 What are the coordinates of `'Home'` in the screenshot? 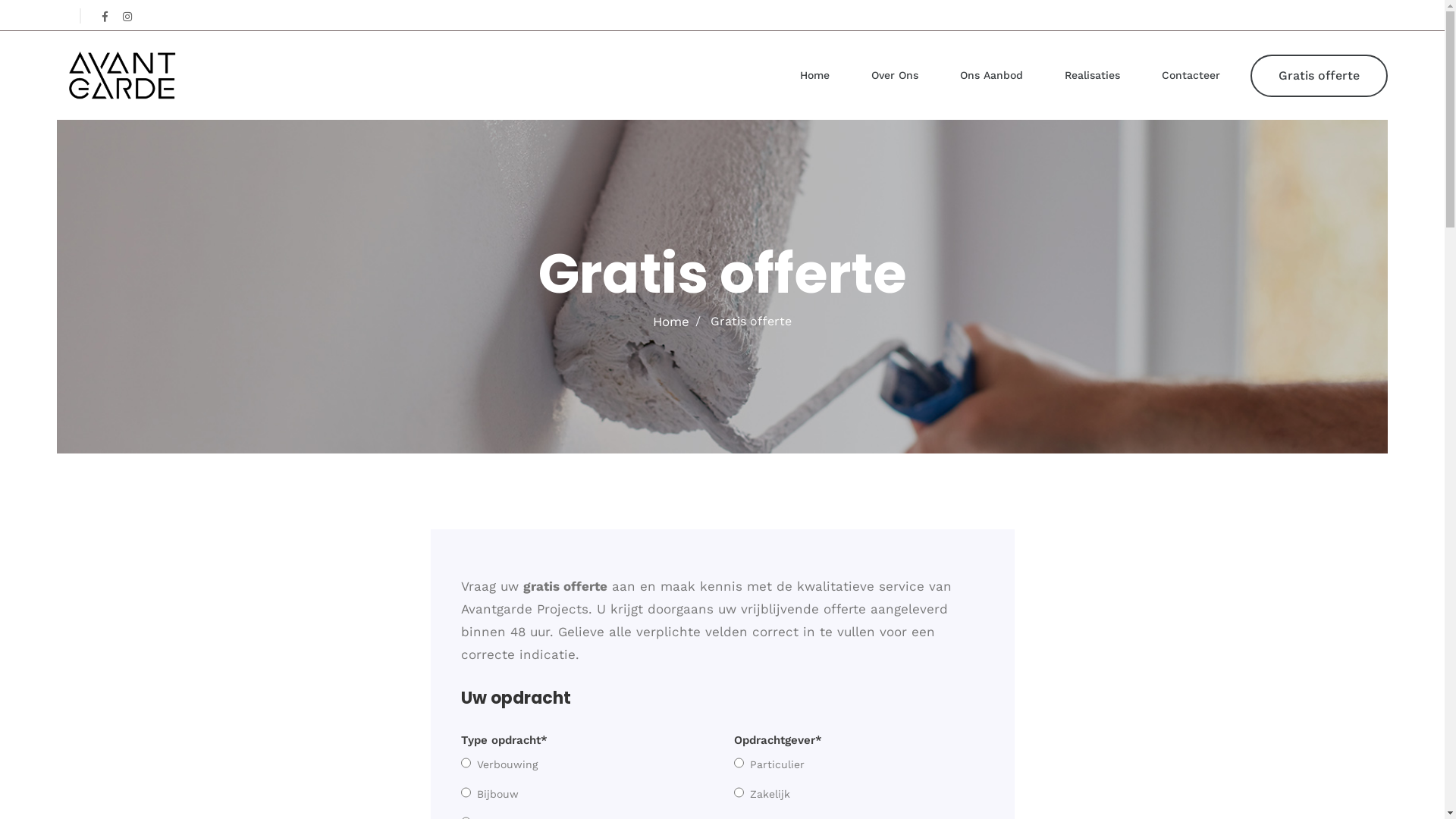 It's located at (814, 75).